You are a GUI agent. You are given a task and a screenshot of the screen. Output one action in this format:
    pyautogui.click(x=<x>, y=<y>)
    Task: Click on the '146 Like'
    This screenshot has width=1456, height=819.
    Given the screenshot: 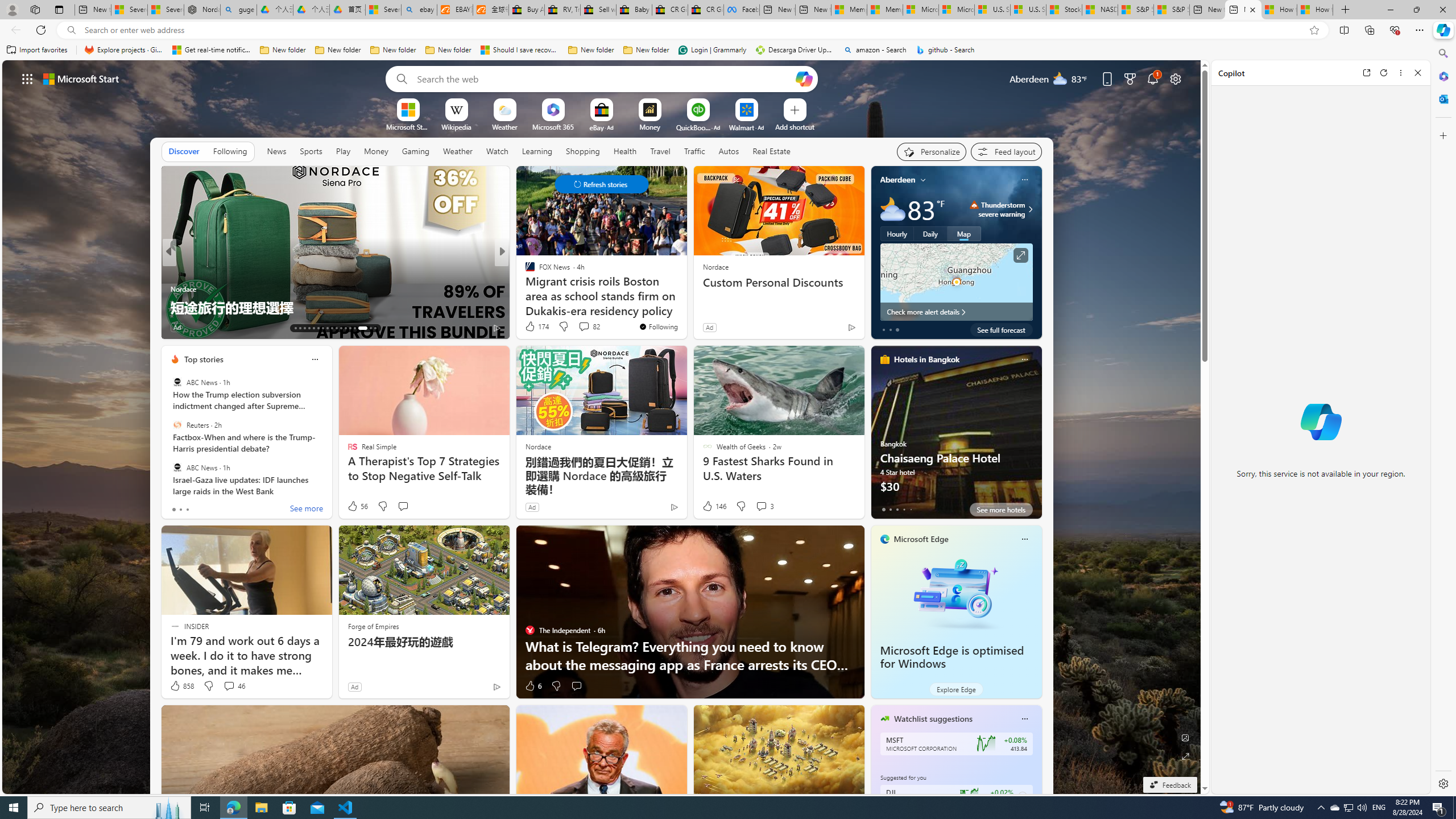 What is the action you would take?
    pyautogui.click(x=714, y=505)
    